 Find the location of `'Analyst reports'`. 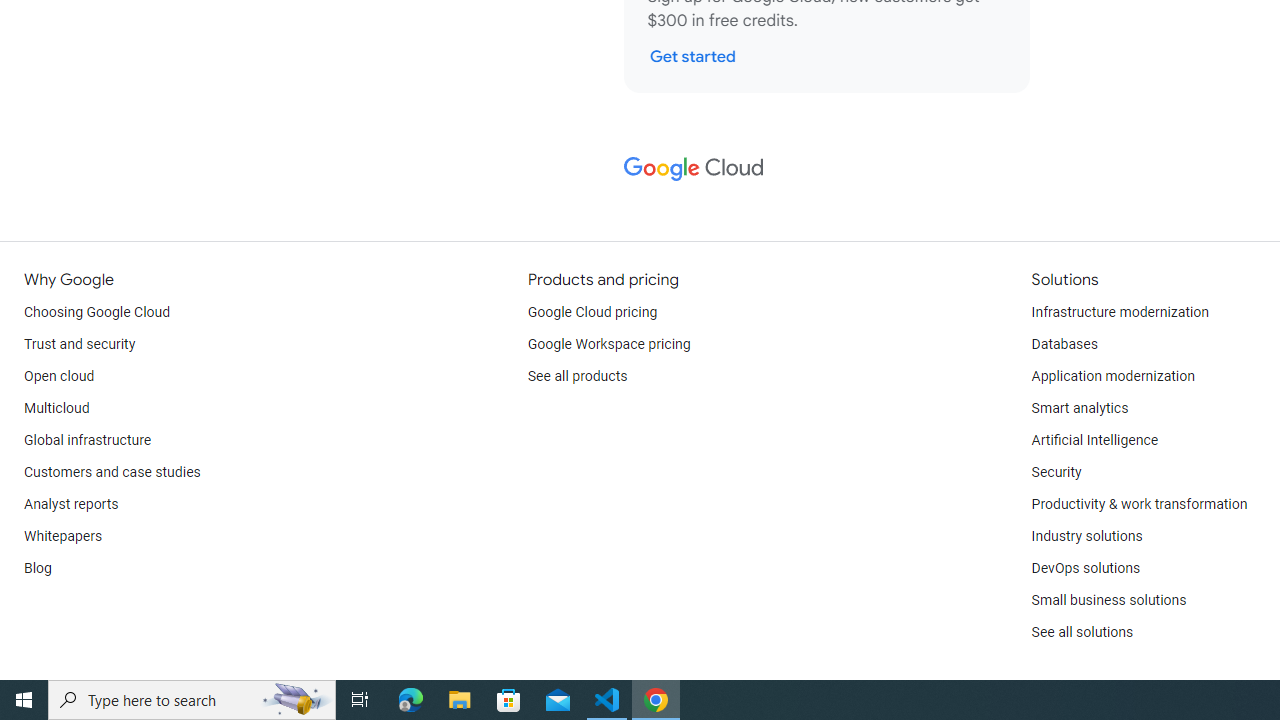

'Analyst reports' is located at coordinates (71, 504).